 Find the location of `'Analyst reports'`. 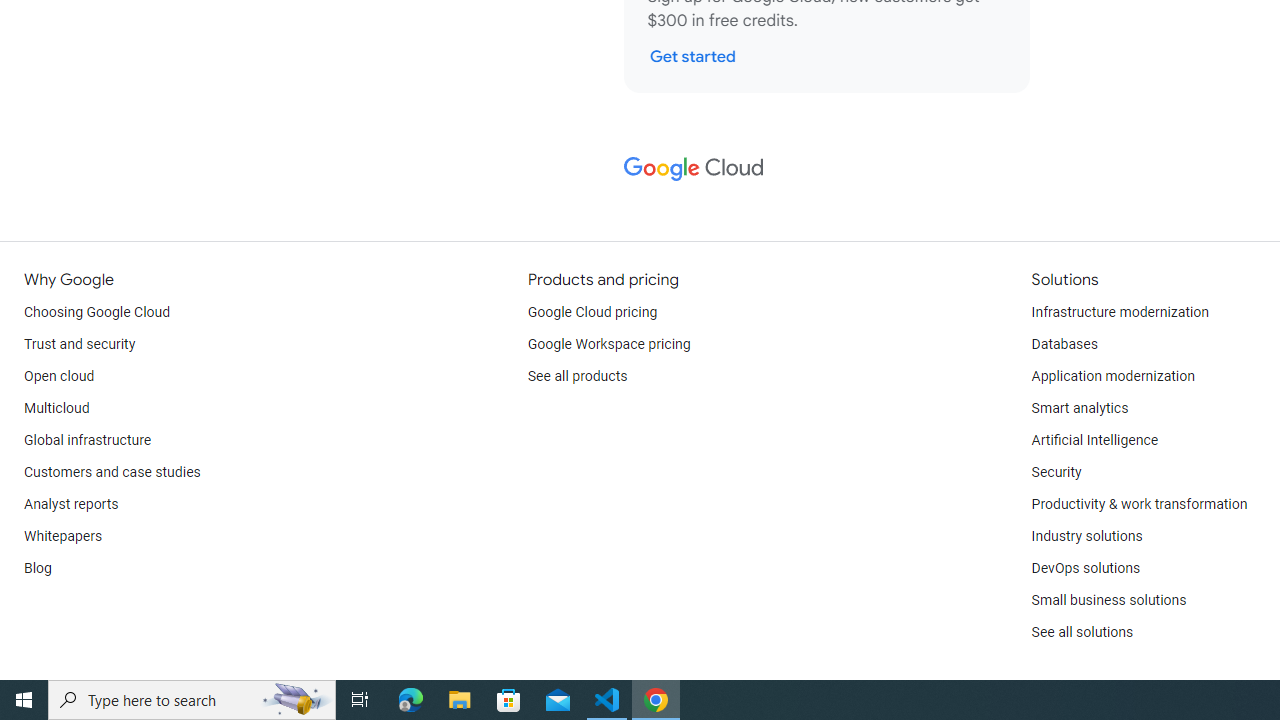

'Analyst reports' is located at coordinates (71, 504).